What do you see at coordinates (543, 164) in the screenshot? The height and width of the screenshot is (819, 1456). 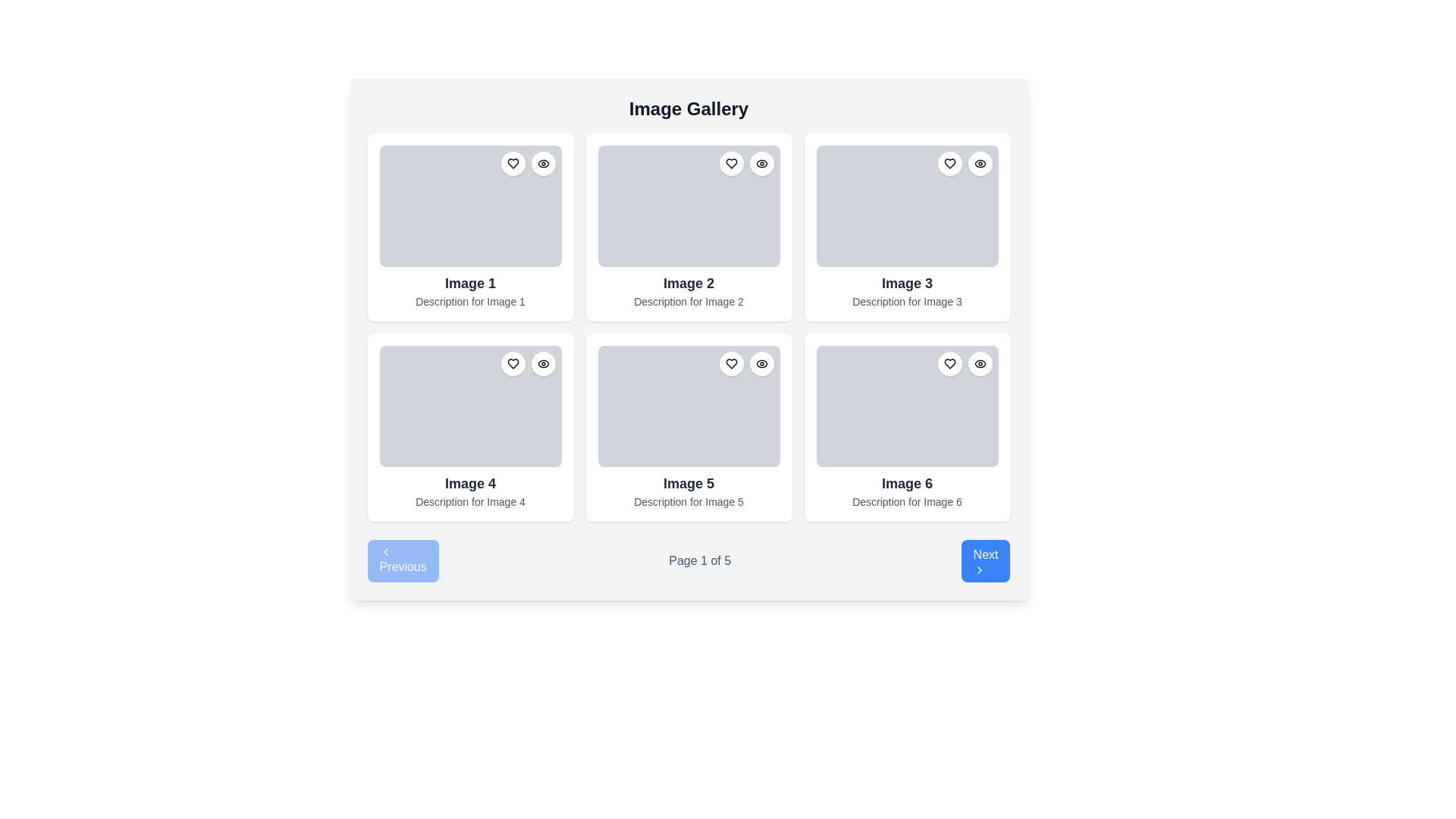 I see `the visibility or preview icon located in the top-right corner of the 'Image 1' card in the image gallery` at bounding box center [543, 164].